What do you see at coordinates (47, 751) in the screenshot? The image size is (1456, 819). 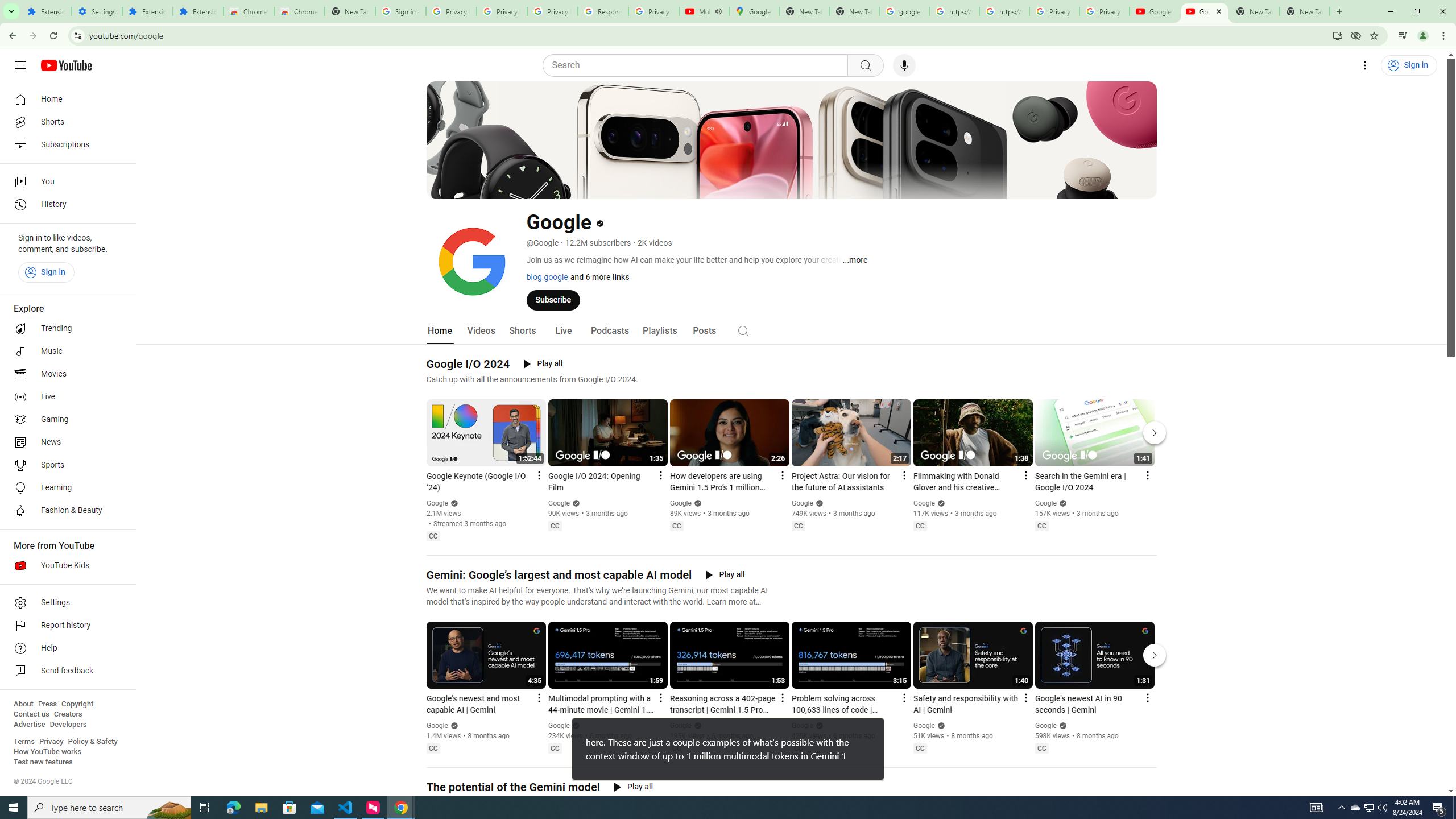 I see `'How YouTube works'` at bounding box center [47, 751].